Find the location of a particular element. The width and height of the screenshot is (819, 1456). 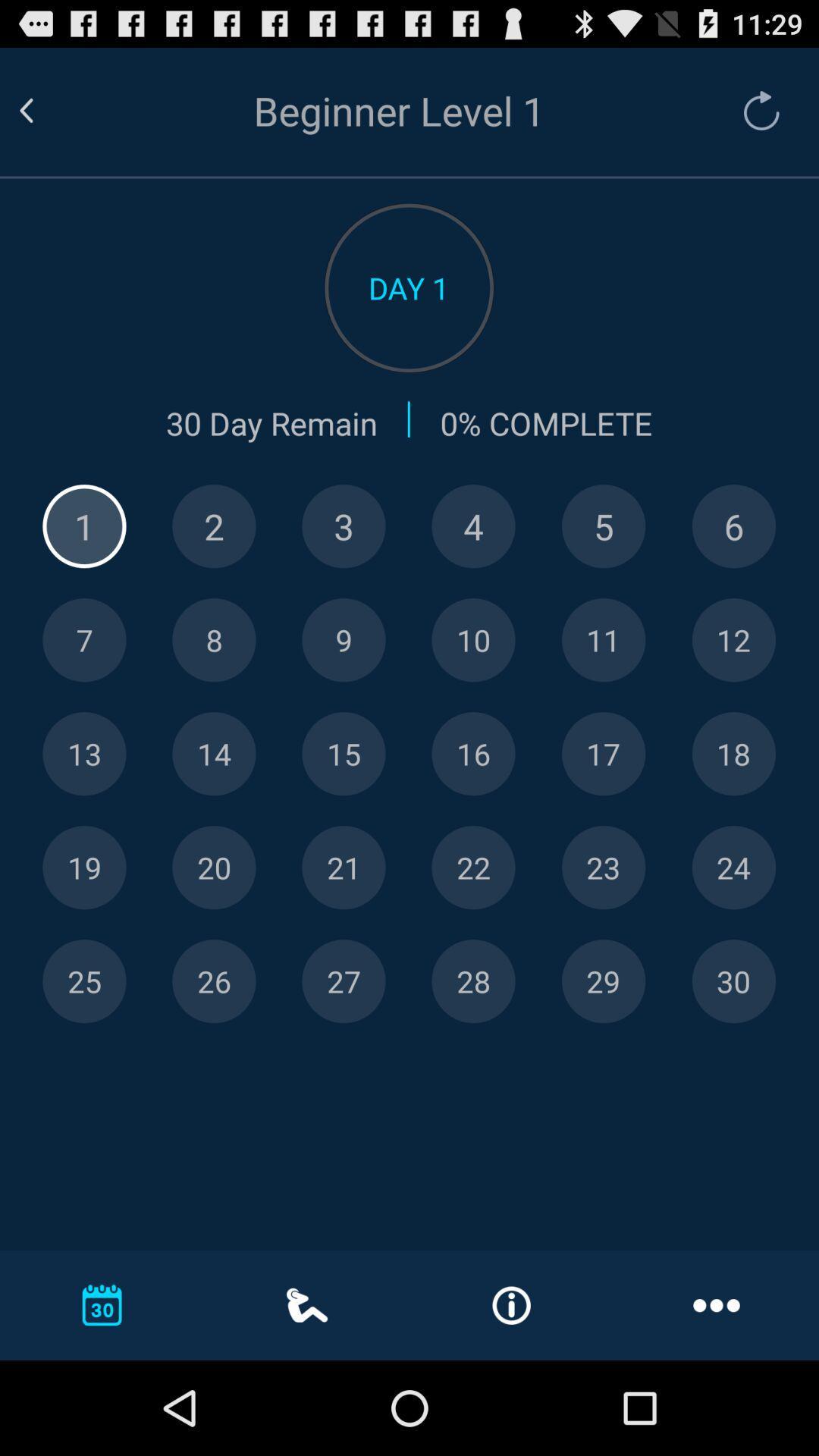

the refresh icon is located at coordinates (754, 118).